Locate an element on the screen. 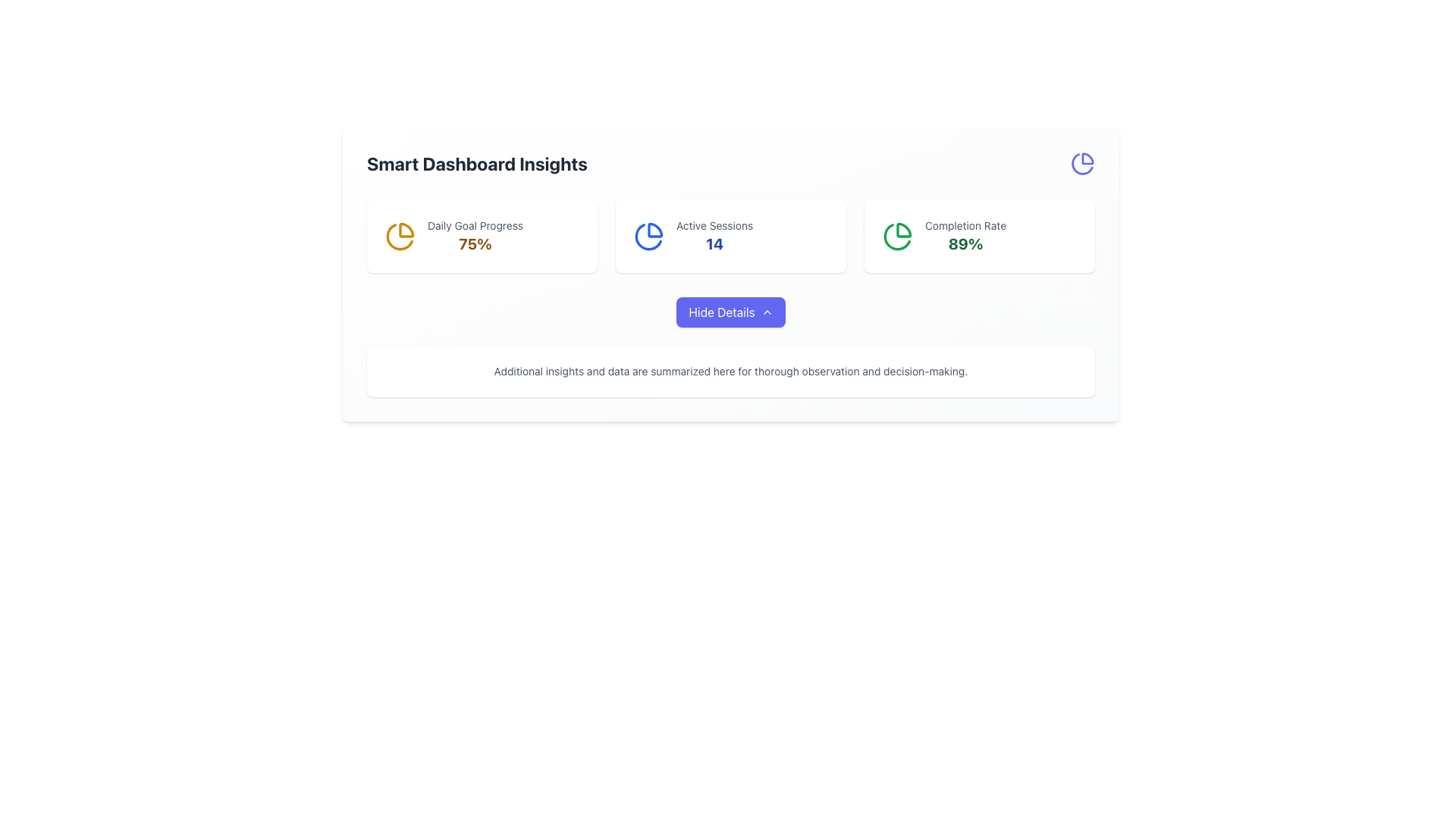 This screenshot has height=819, width=1456. the green pie chart icon representing the 'Completion Rate 89%' feature located in the top right section of the dashboard interface is located at coordinates (898, 237).